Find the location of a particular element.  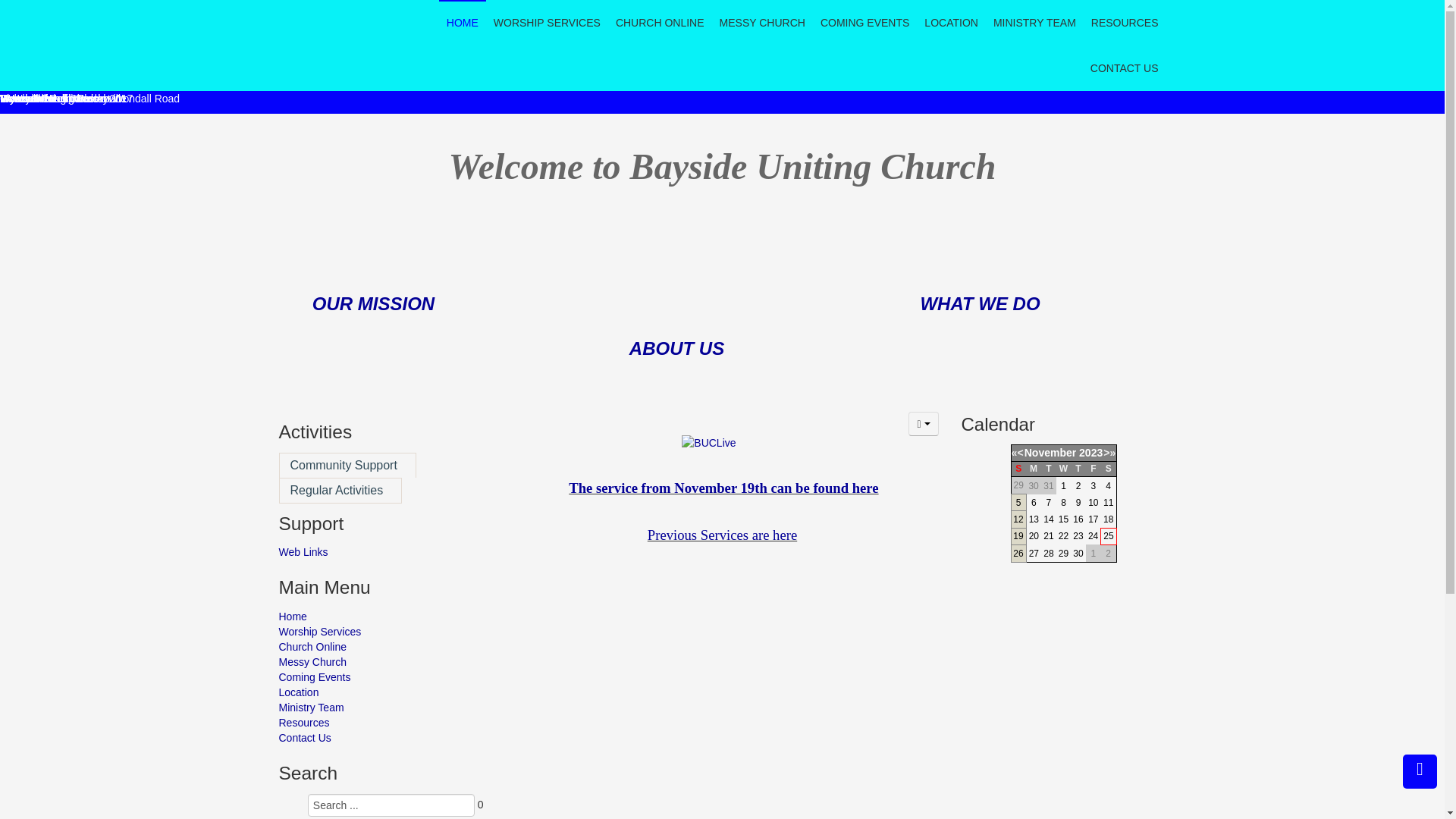

'CHURCH ONLINE' is located at coordinates (660, 23).